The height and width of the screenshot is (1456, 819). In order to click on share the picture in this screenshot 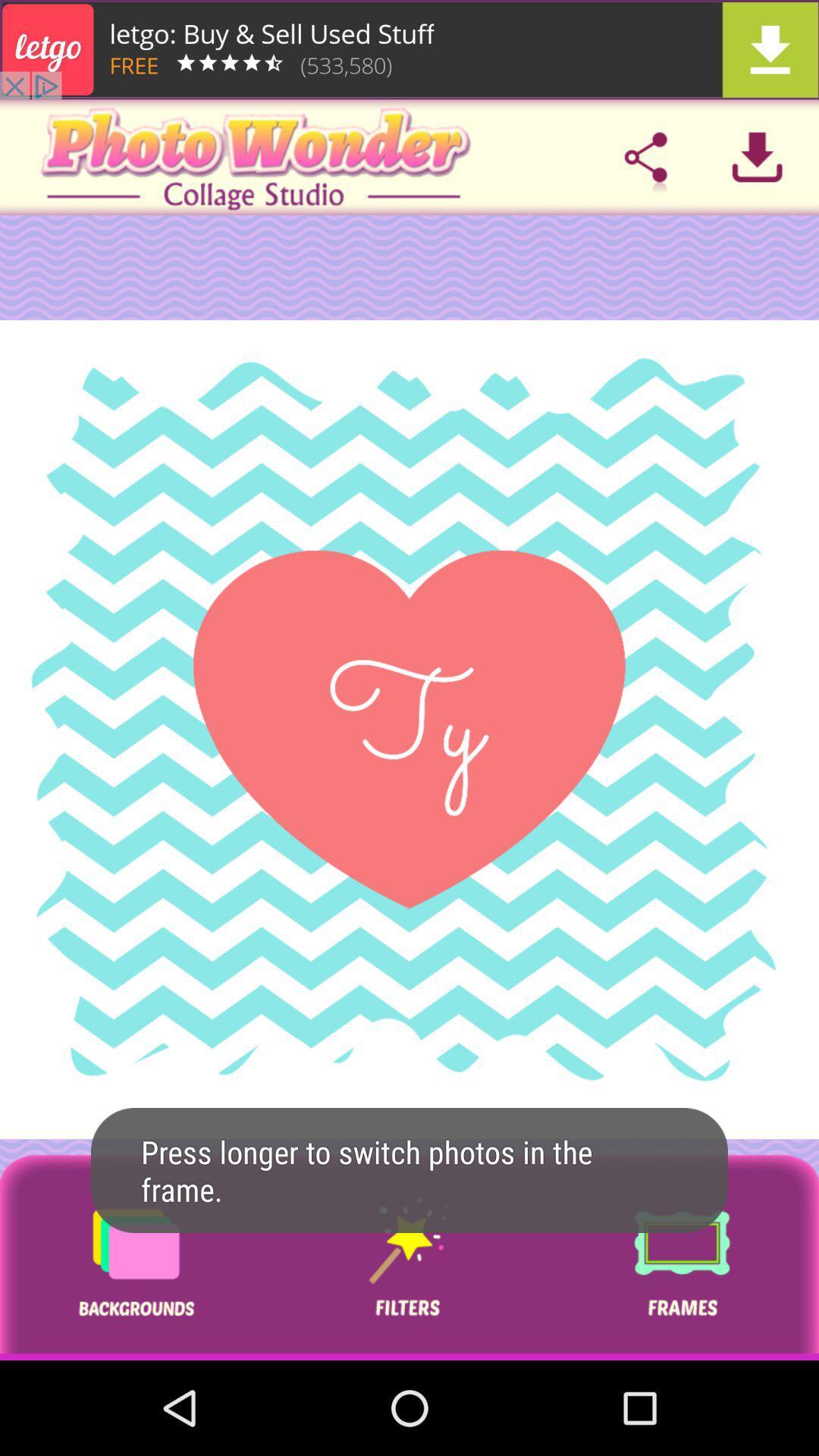, I will do `click(645, 157)`.